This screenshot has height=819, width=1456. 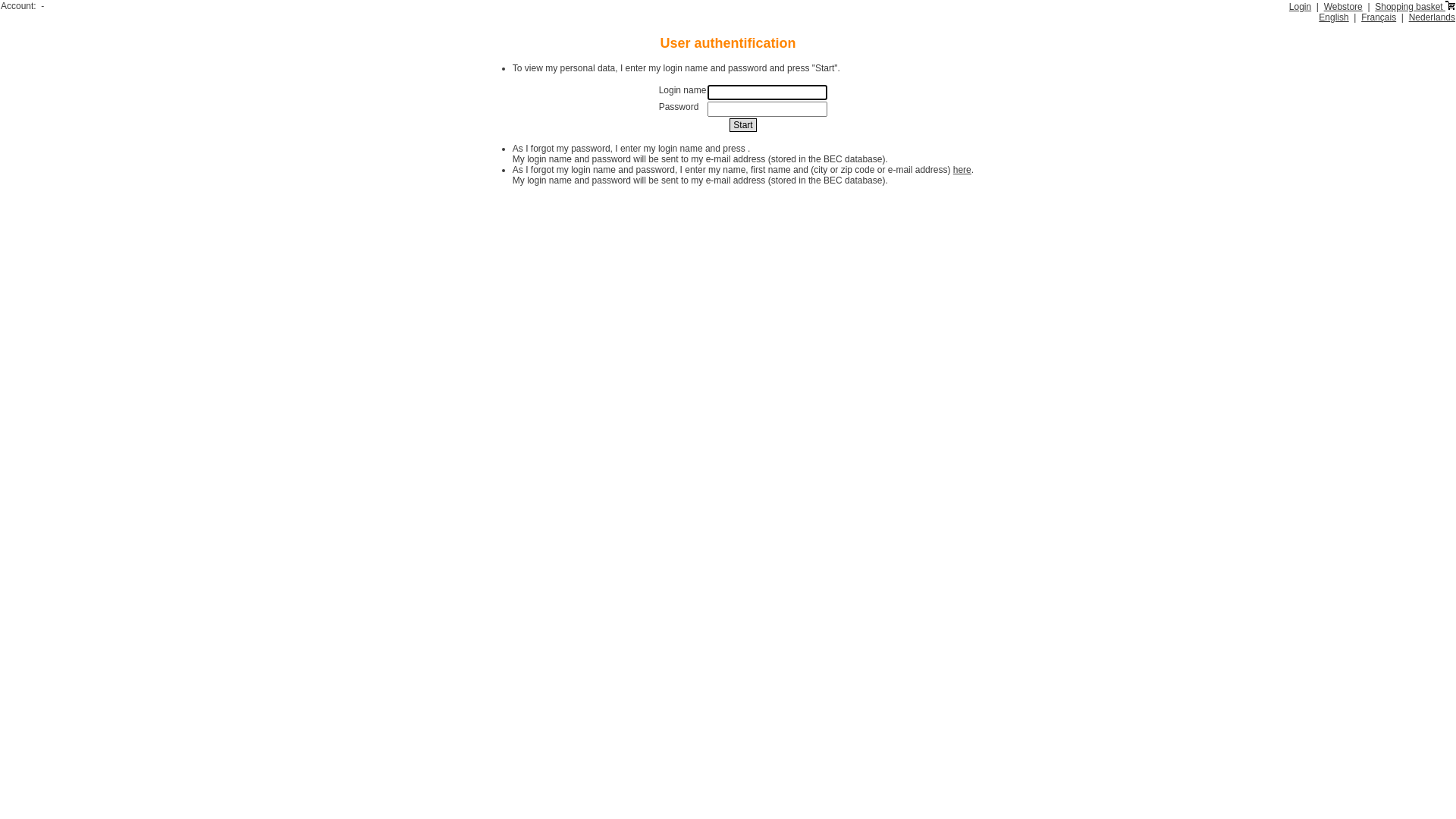 I want to click on 'English', so click(x=1317, y=17).